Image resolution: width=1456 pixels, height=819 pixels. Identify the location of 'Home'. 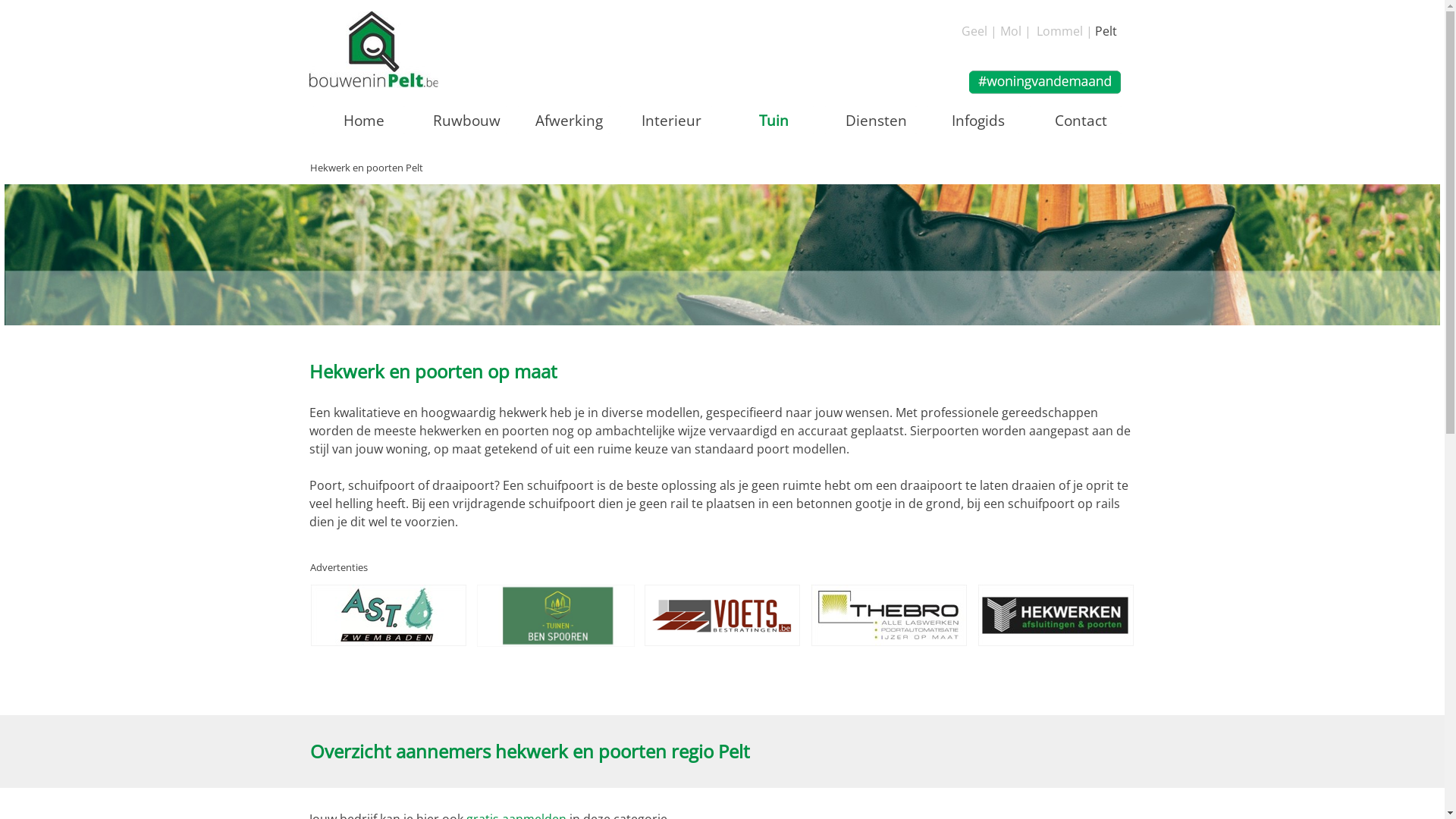
(364, 119).